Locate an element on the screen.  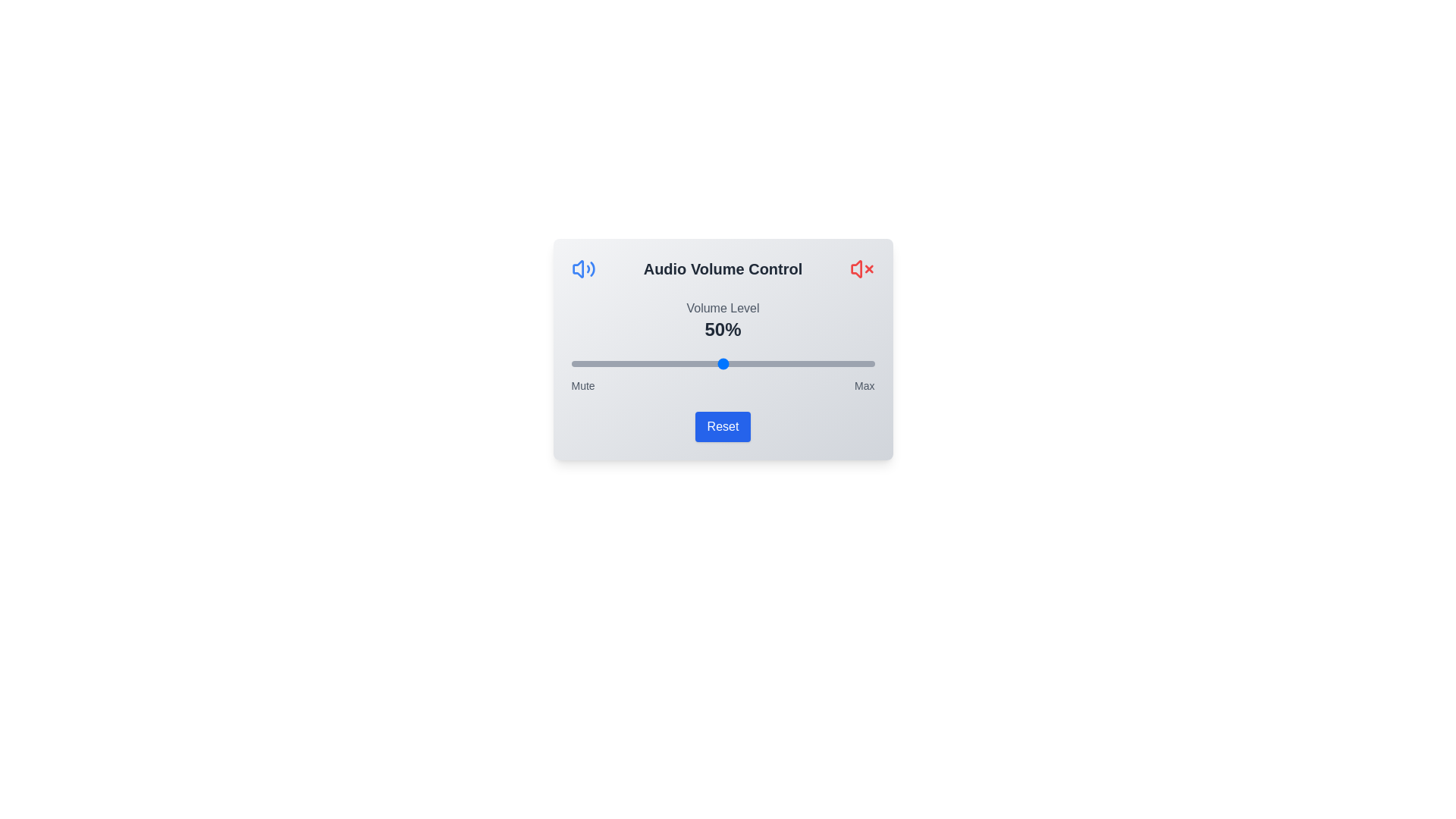
the volume slider to 80% is located at coordinates (813, 363).